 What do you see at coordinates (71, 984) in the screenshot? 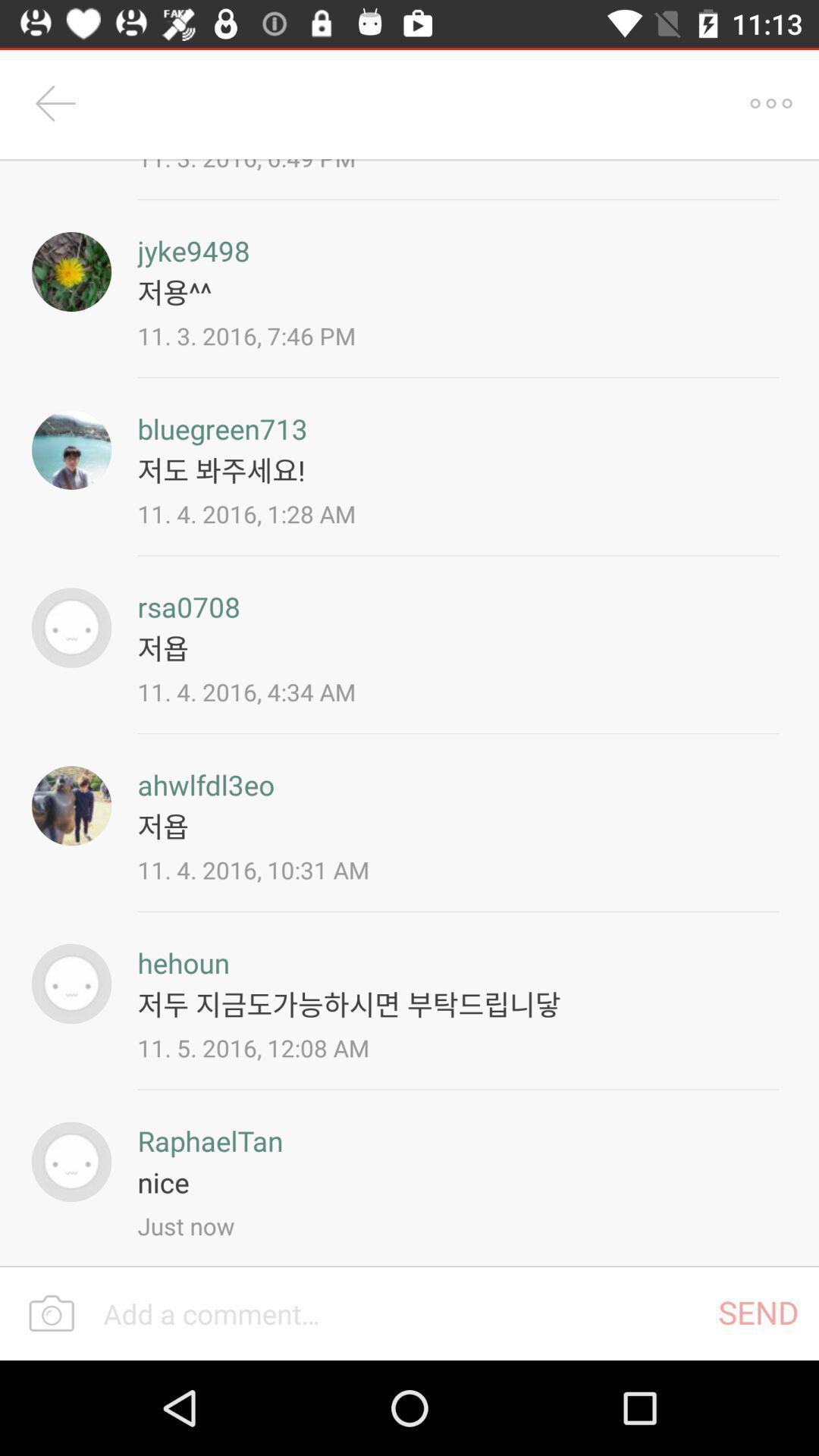
I see `click on the profile` at bounding box center [71, 984].